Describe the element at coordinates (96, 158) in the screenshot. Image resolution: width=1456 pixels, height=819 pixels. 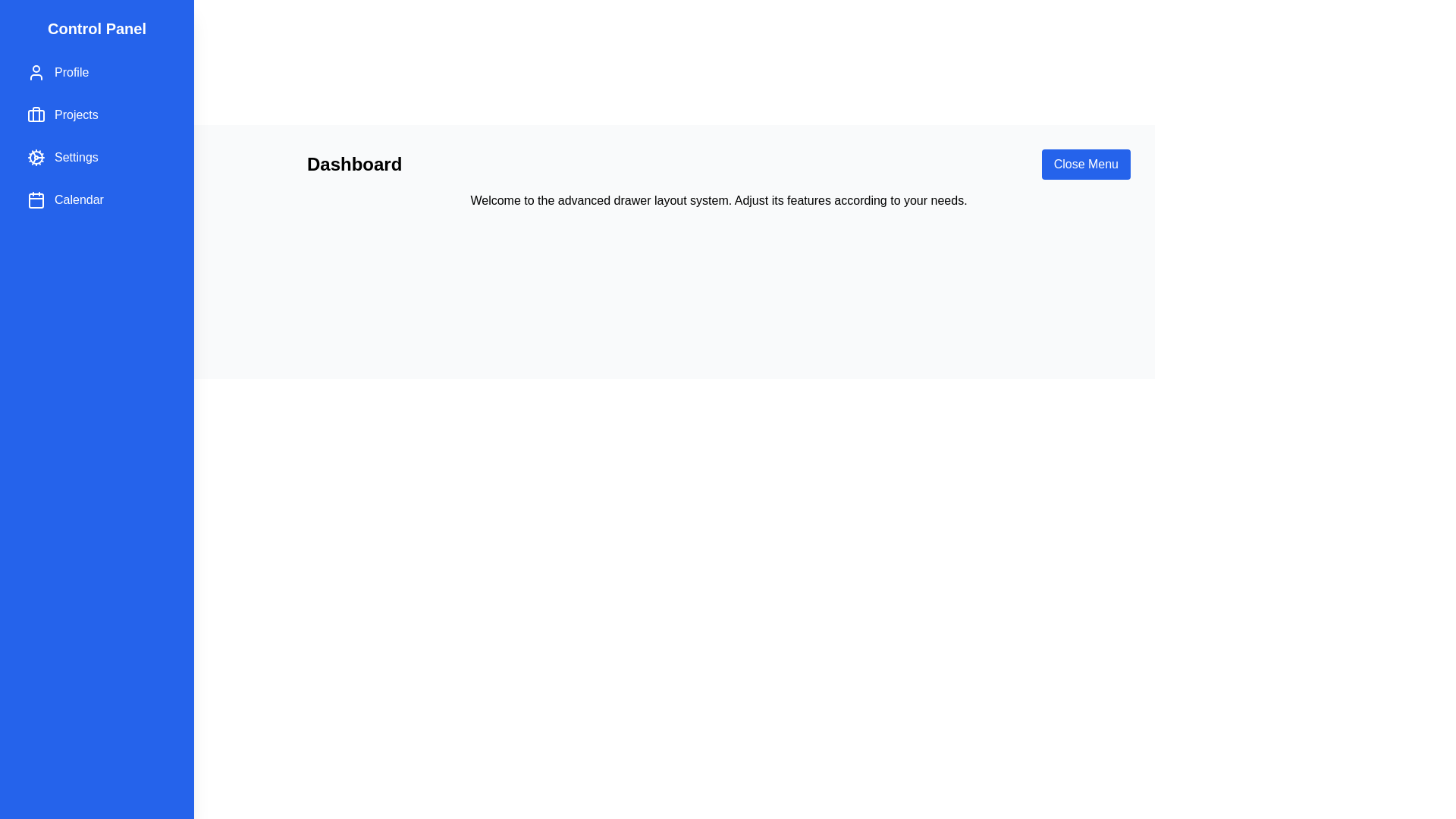
I see `the third item in the vertical navigational menu on the left sidebar, which leads to the 'Settings' section of the application, to trigger visual feedback` at that location.